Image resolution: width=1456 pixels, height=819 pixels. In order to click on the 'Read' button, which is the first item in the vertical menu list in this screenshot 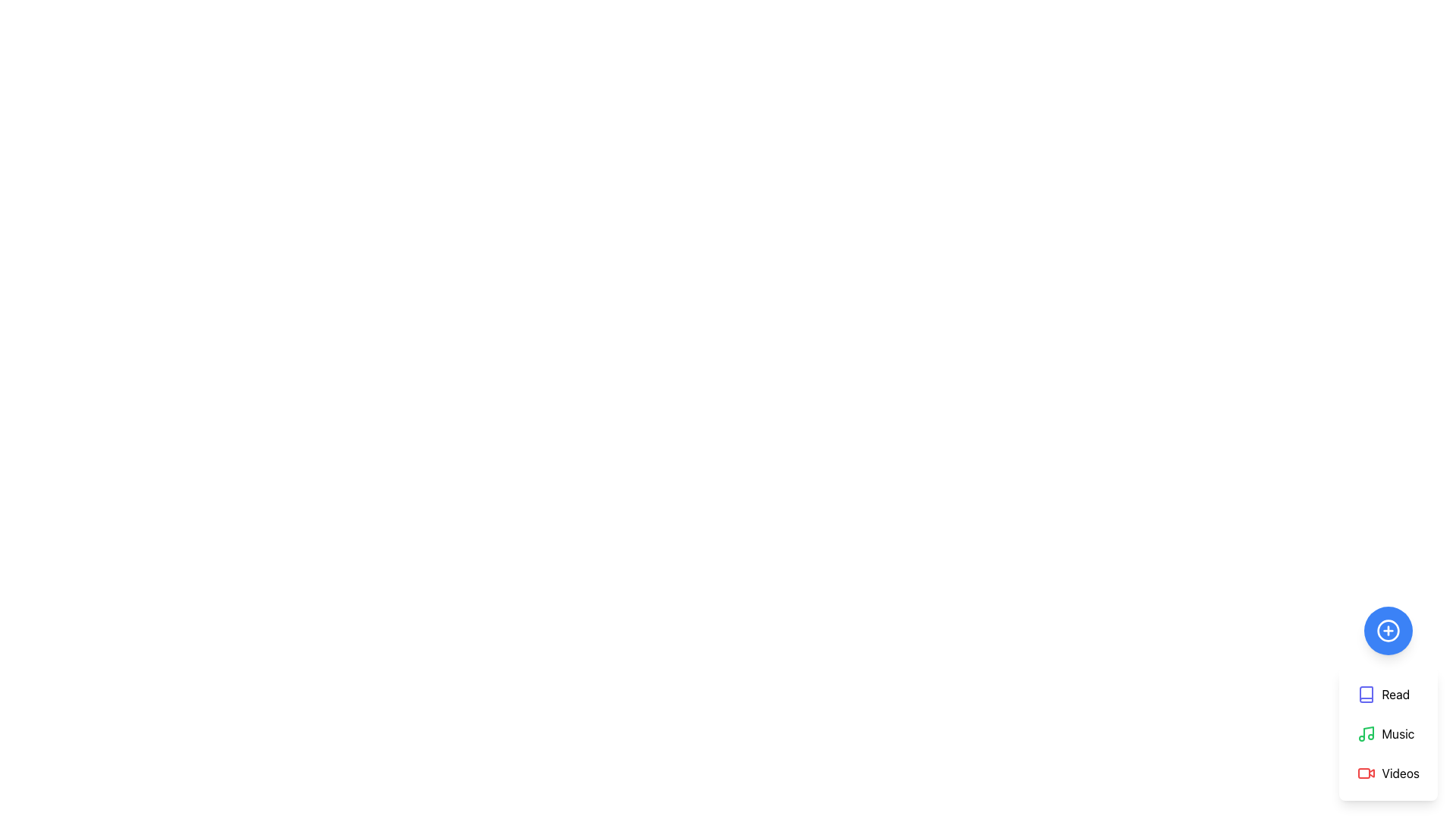, I will do `click(1395, 694)`.